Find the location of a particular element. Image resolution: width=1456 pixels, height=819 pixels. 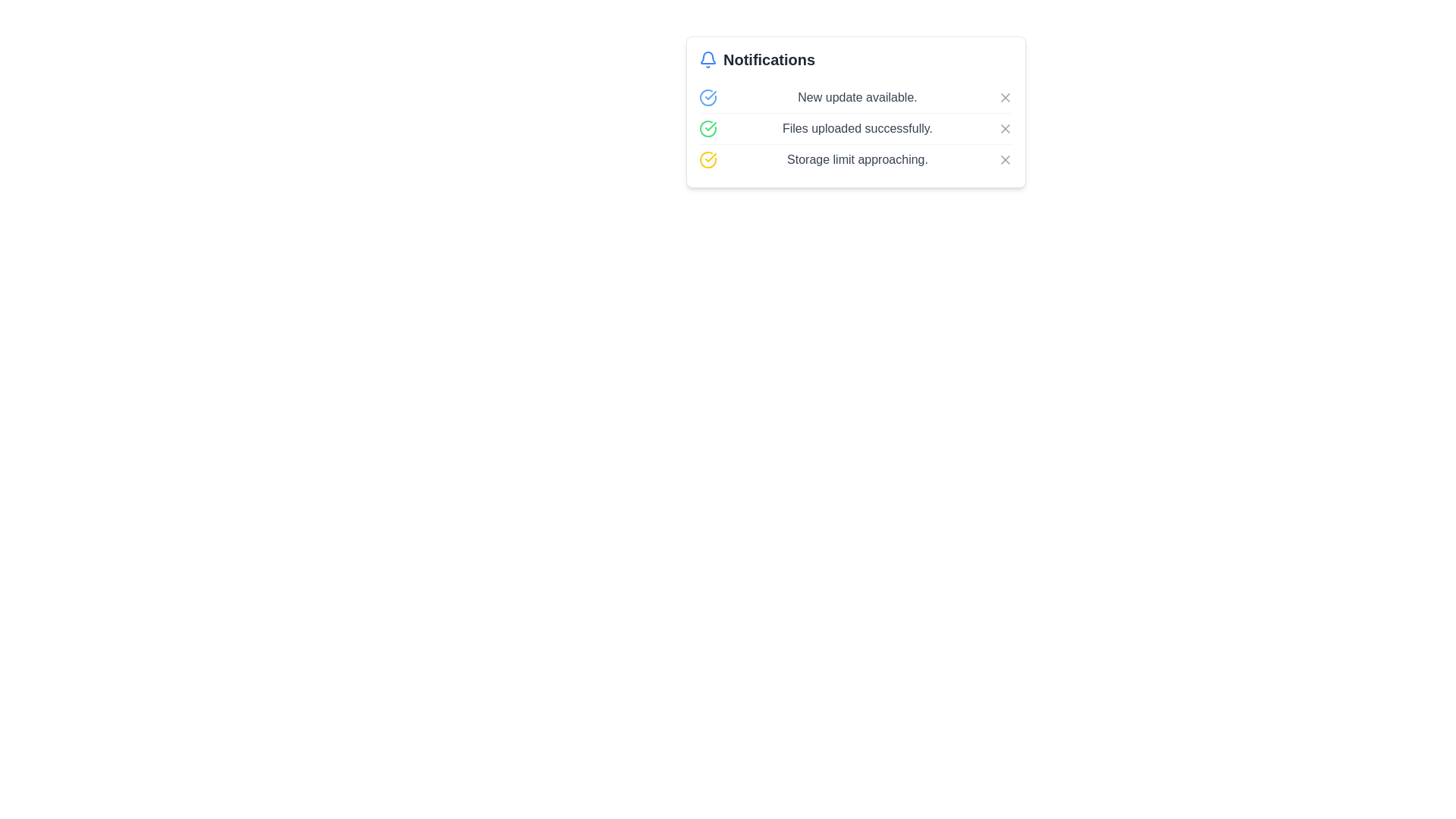

the checkmark-like icon representing successful file uploads in the notification interface, which is part of an SVG element is located at coordinates (710, 96).